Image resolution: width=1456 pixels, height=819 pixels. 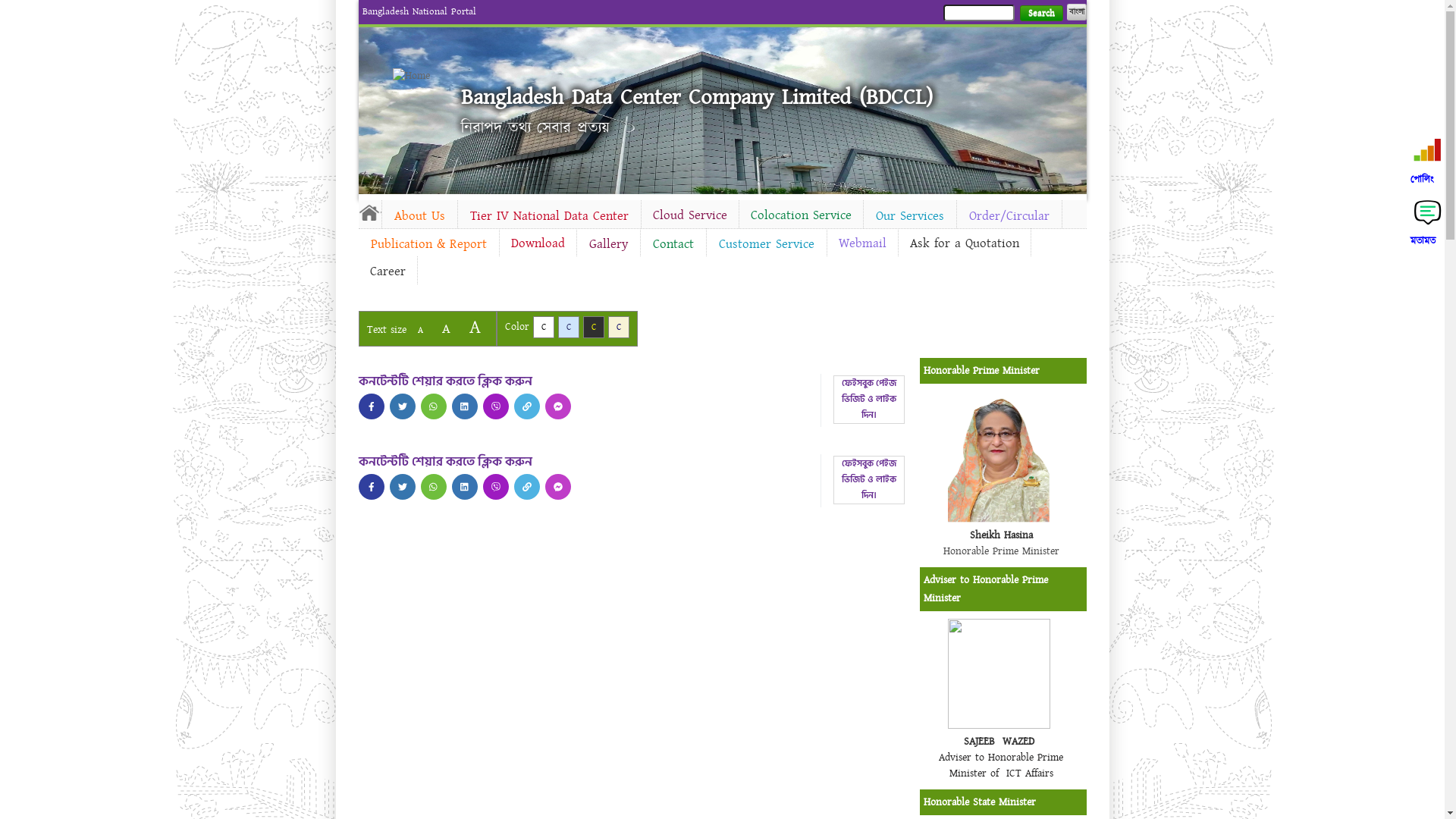 I want to click on 'C', so click(x=542, y=326).